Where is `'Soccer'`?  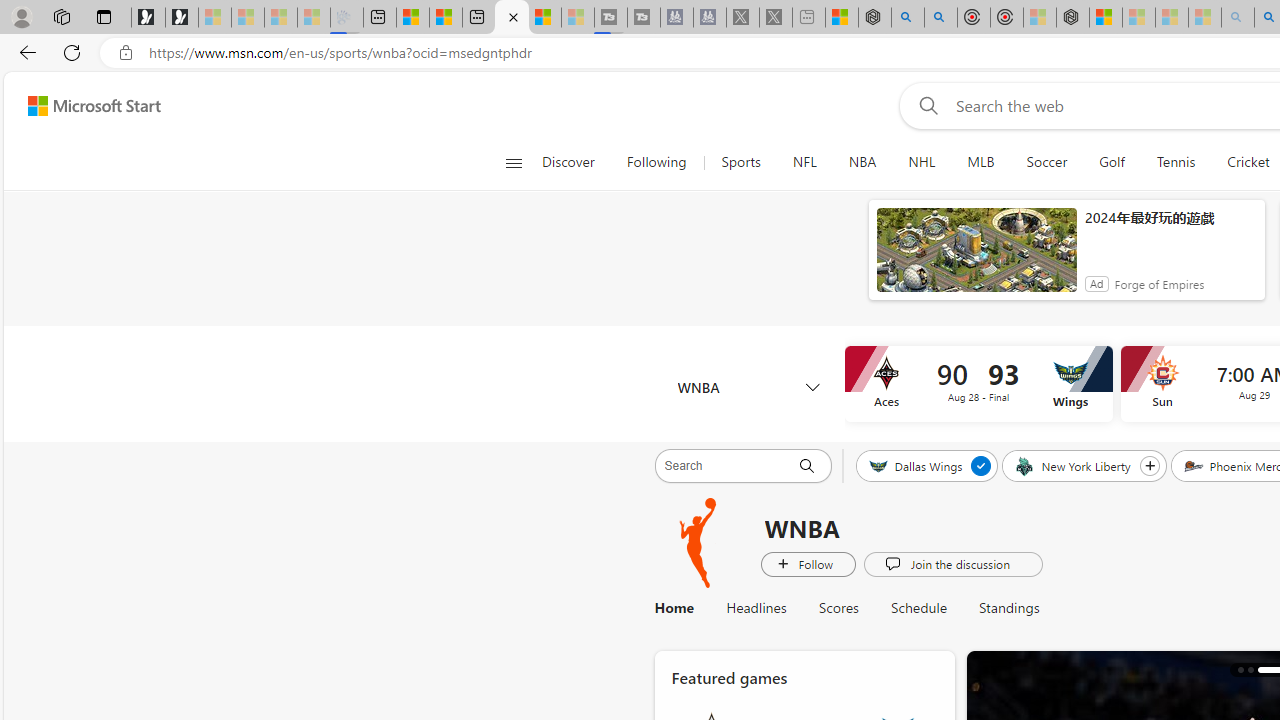
'Soccer' is located at coordinates (1046, 162).